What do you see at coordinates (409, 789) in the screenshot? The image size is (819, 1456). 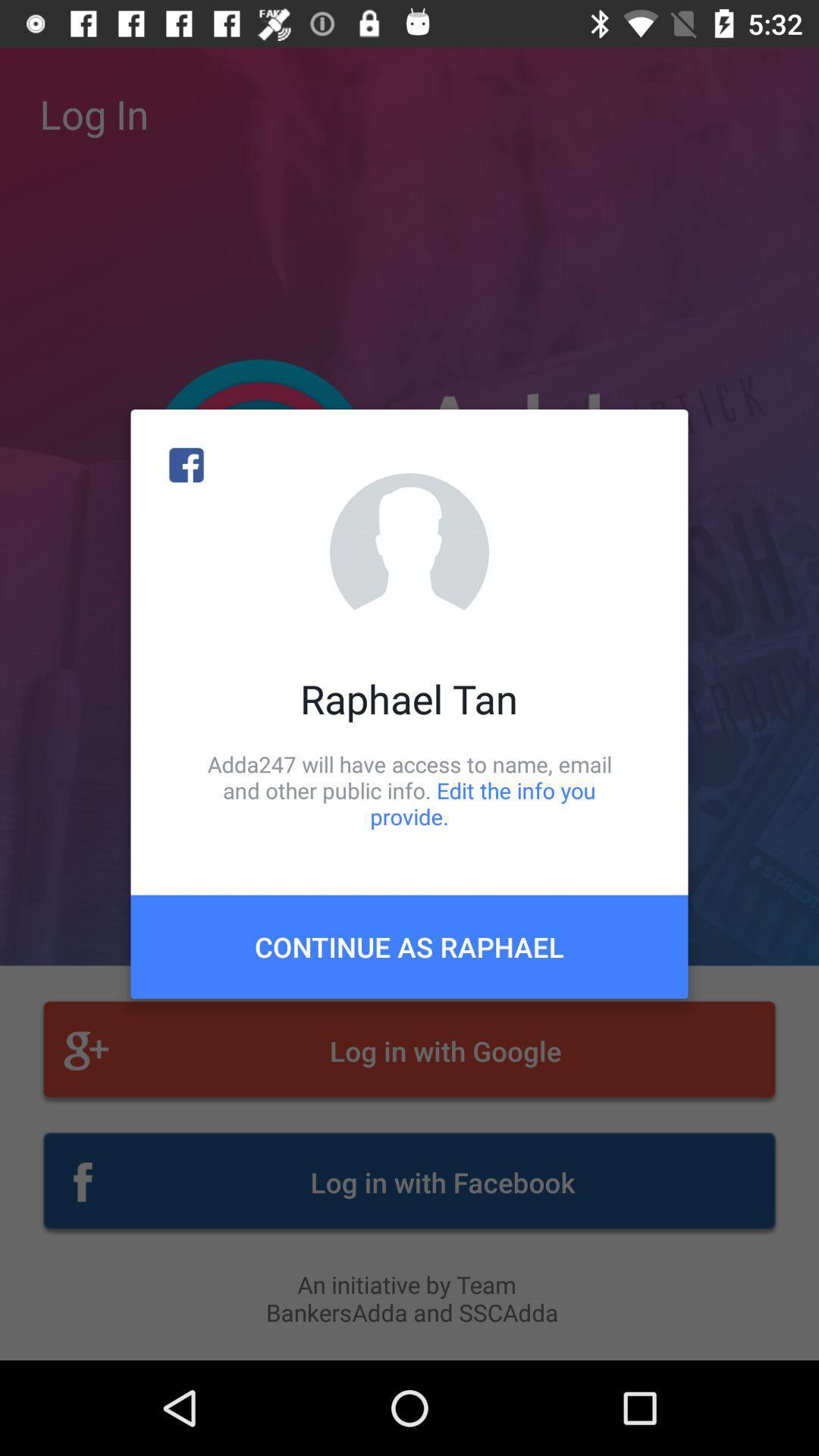 I see `the item above the continue as raphael item` at bounding box center [409, 789].